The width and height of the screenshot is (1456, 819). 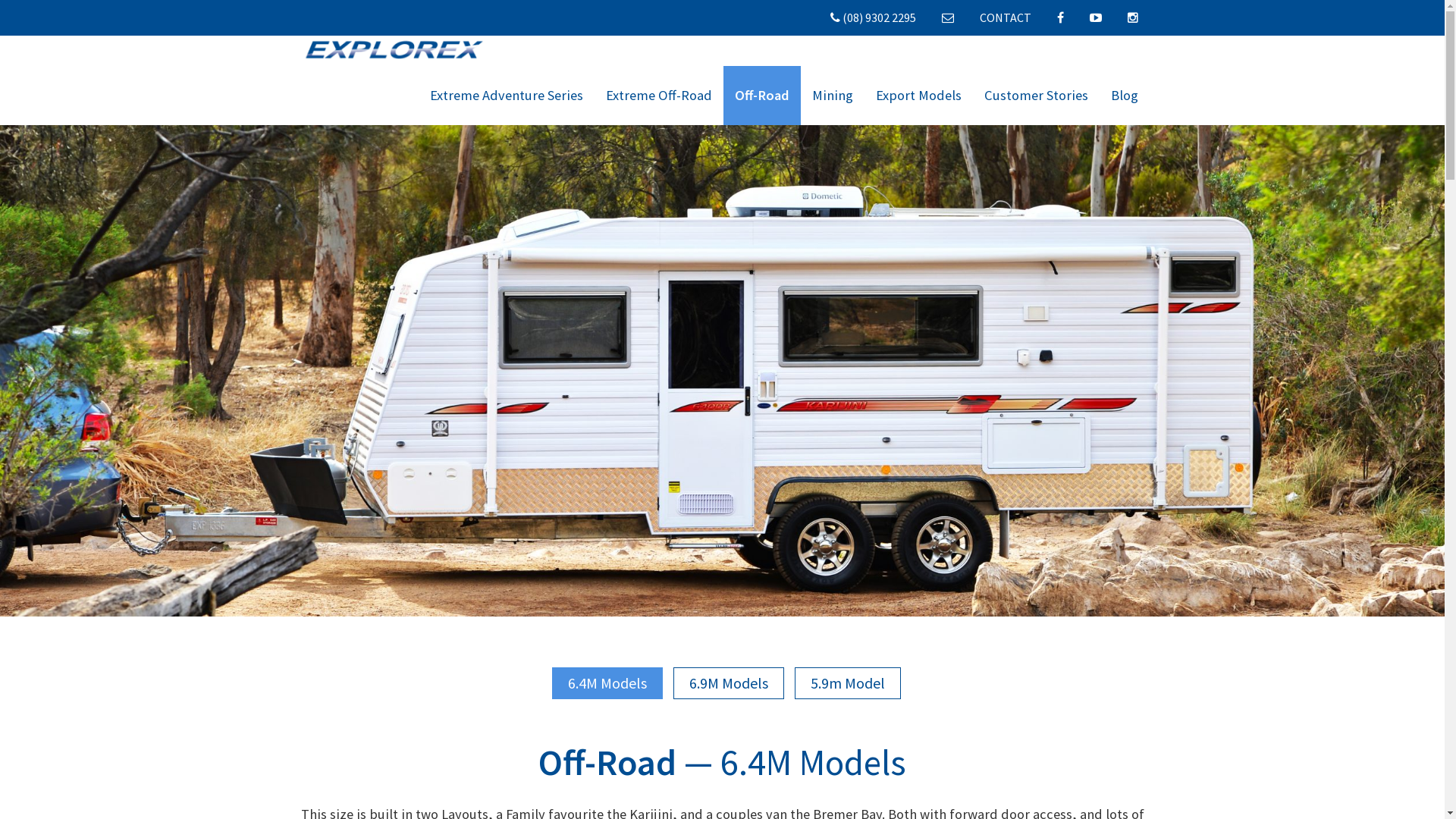 What do you see at coordinates (607, 683) in the screenshot?
I see `'6.4M Models'` at bounding box center [607, 683].